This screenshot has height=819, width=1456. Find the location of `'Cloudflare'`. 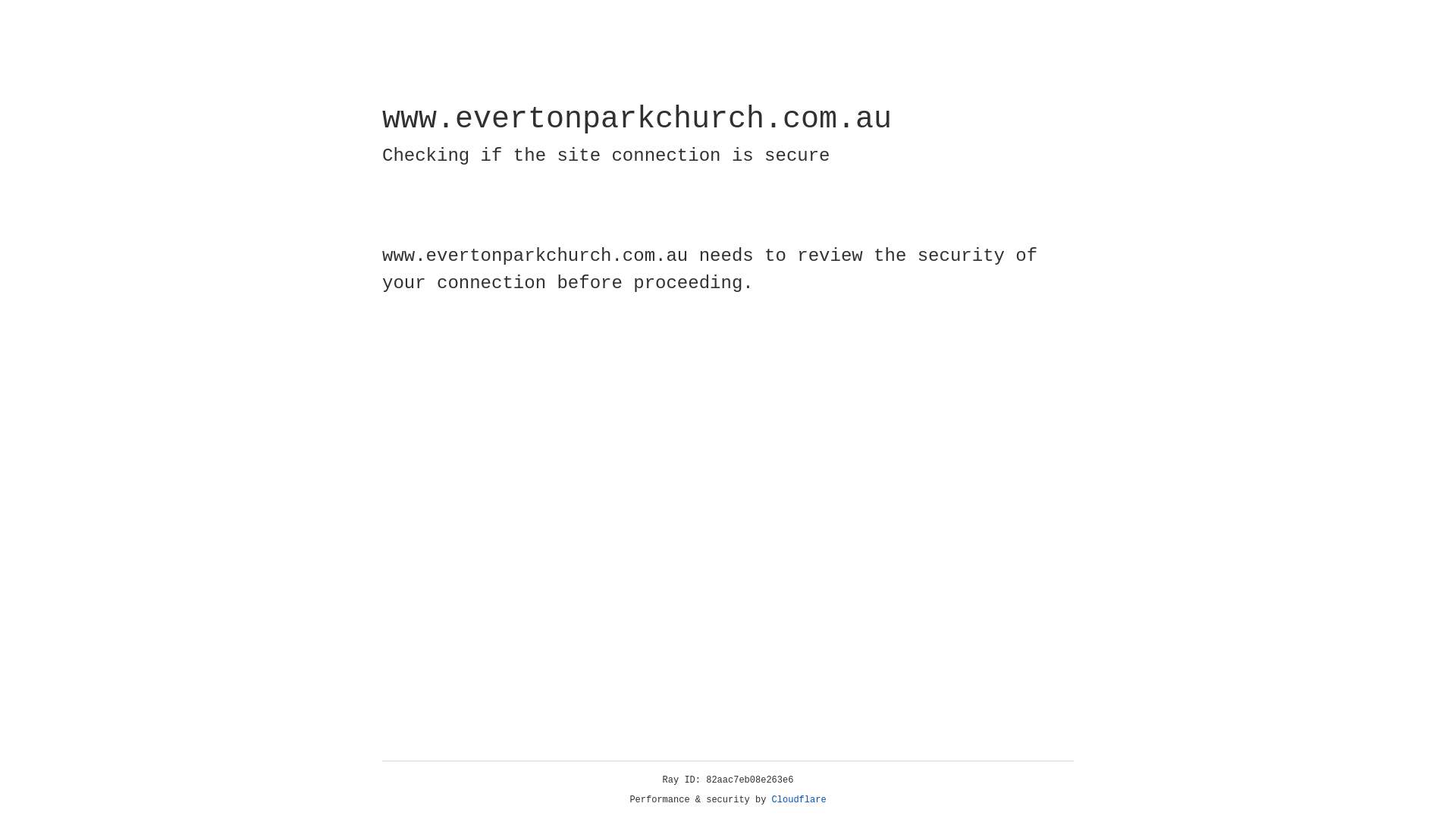

'Cloudflare' is located at coordinates (799, 799).